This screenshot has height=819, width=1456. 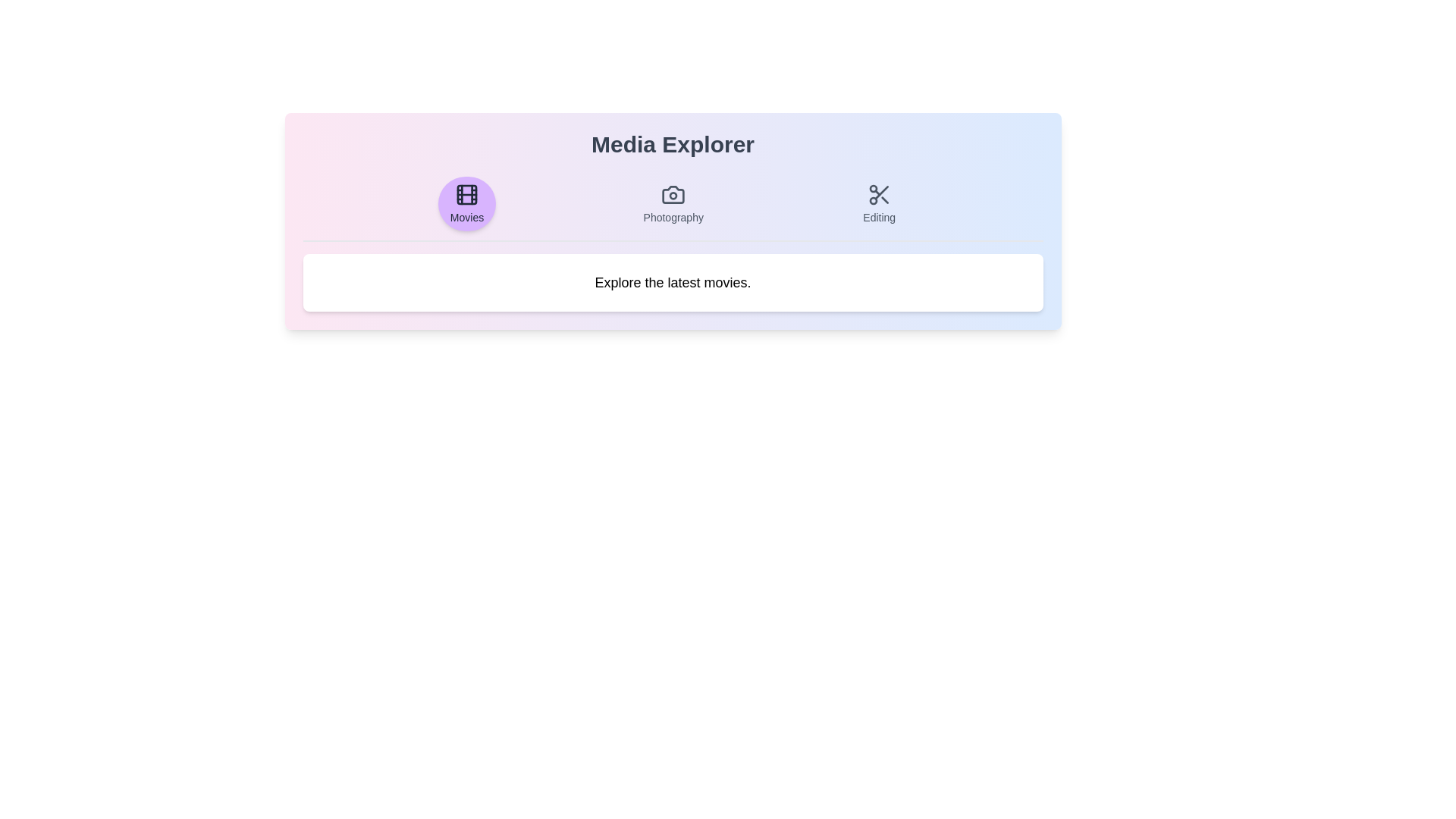 What do you see at coordinates (878, 203) in the screenshot?
I see `the Editing tab in the AdvancedMediaTabs component` at bounding box center [878, 203].